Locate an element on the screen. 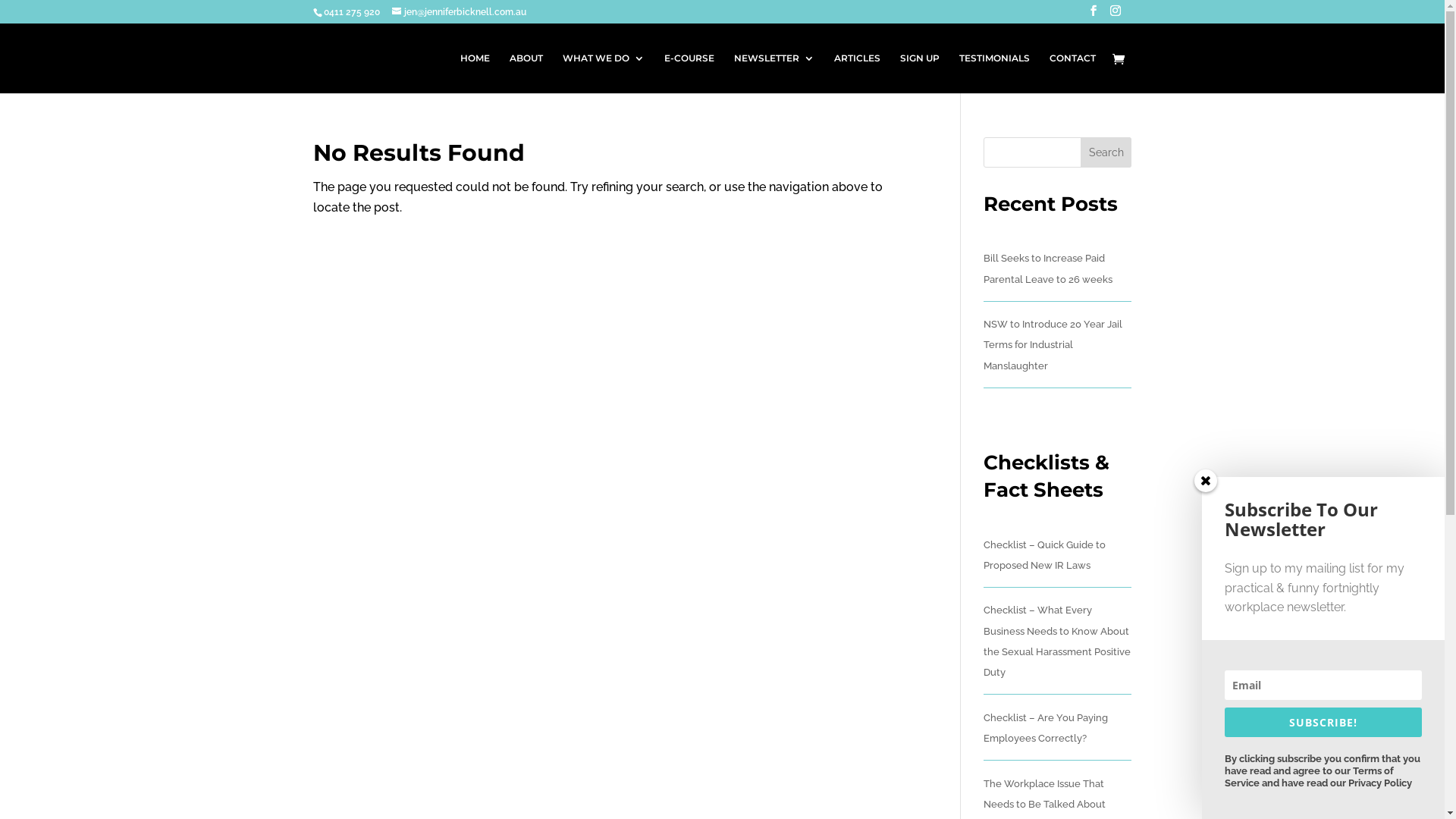 The height and width of the screenshot is (819, 1456). 'SUBSCRIBE!' is located at coordinates (1323, 721).